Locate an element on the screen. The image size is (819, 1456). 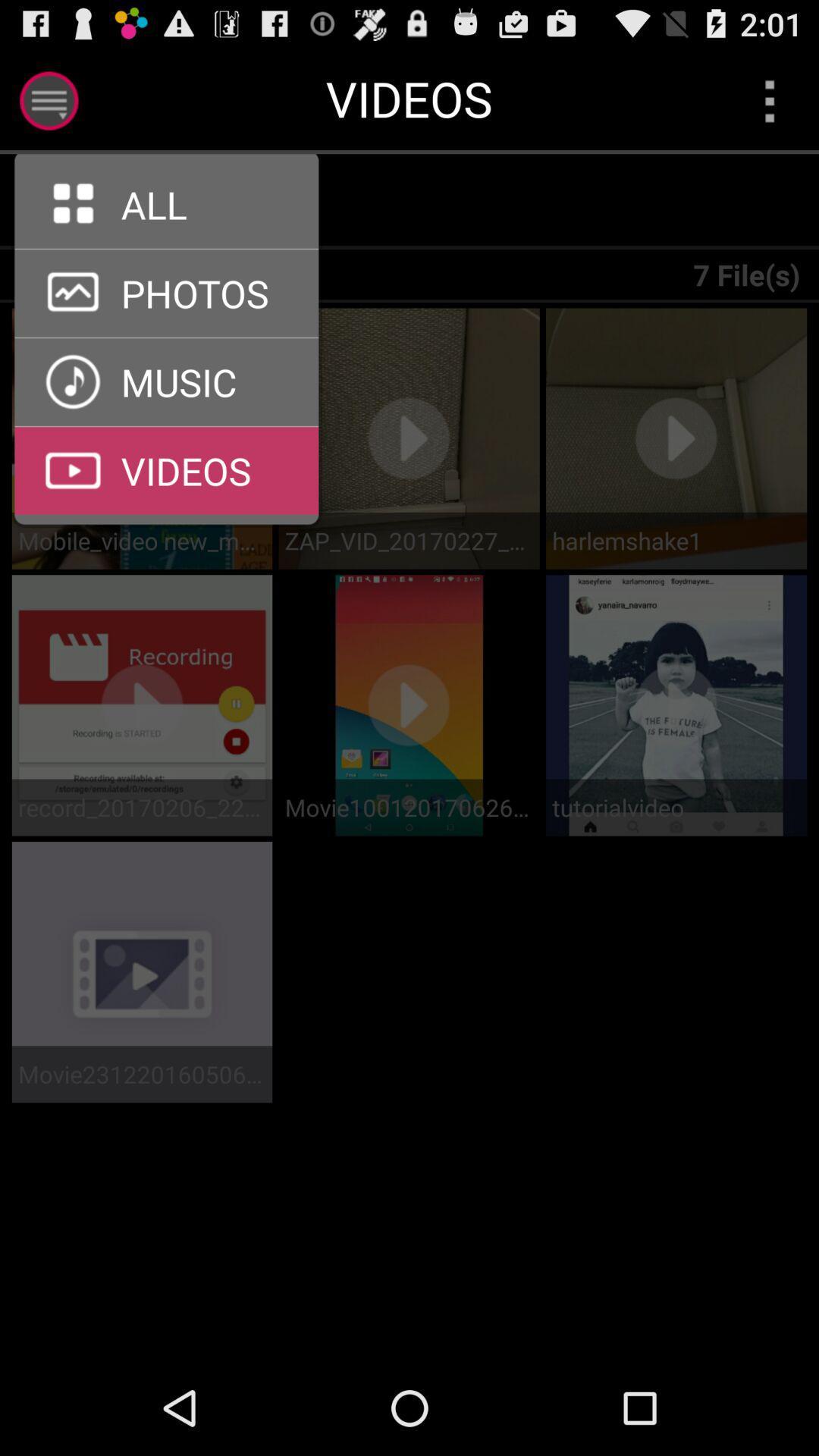
shows photo option is located at coordinates (166, 337).